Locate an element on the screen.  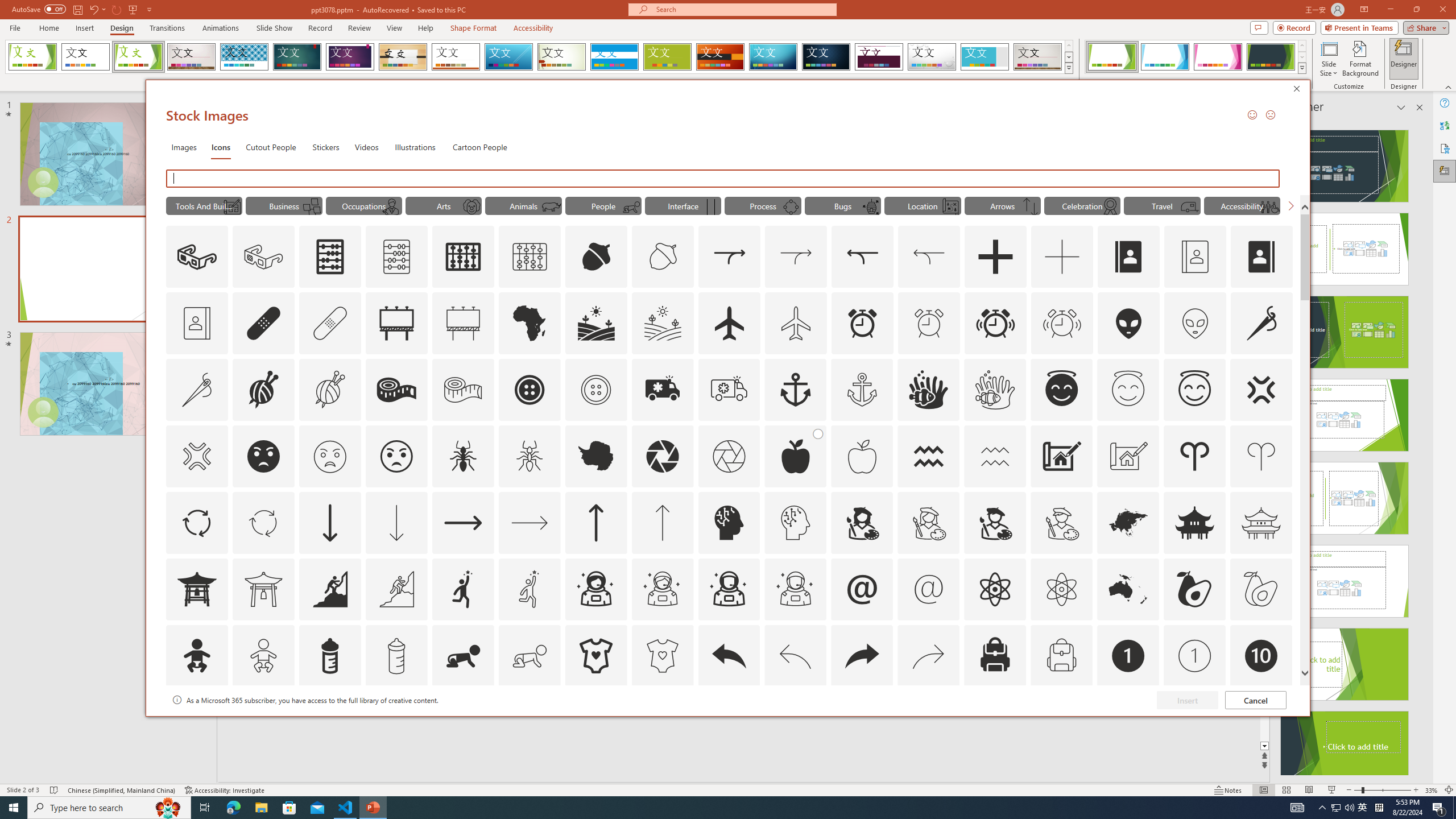
'AutomationID: Icons_Acorn' is located at coordinates (596, 257).